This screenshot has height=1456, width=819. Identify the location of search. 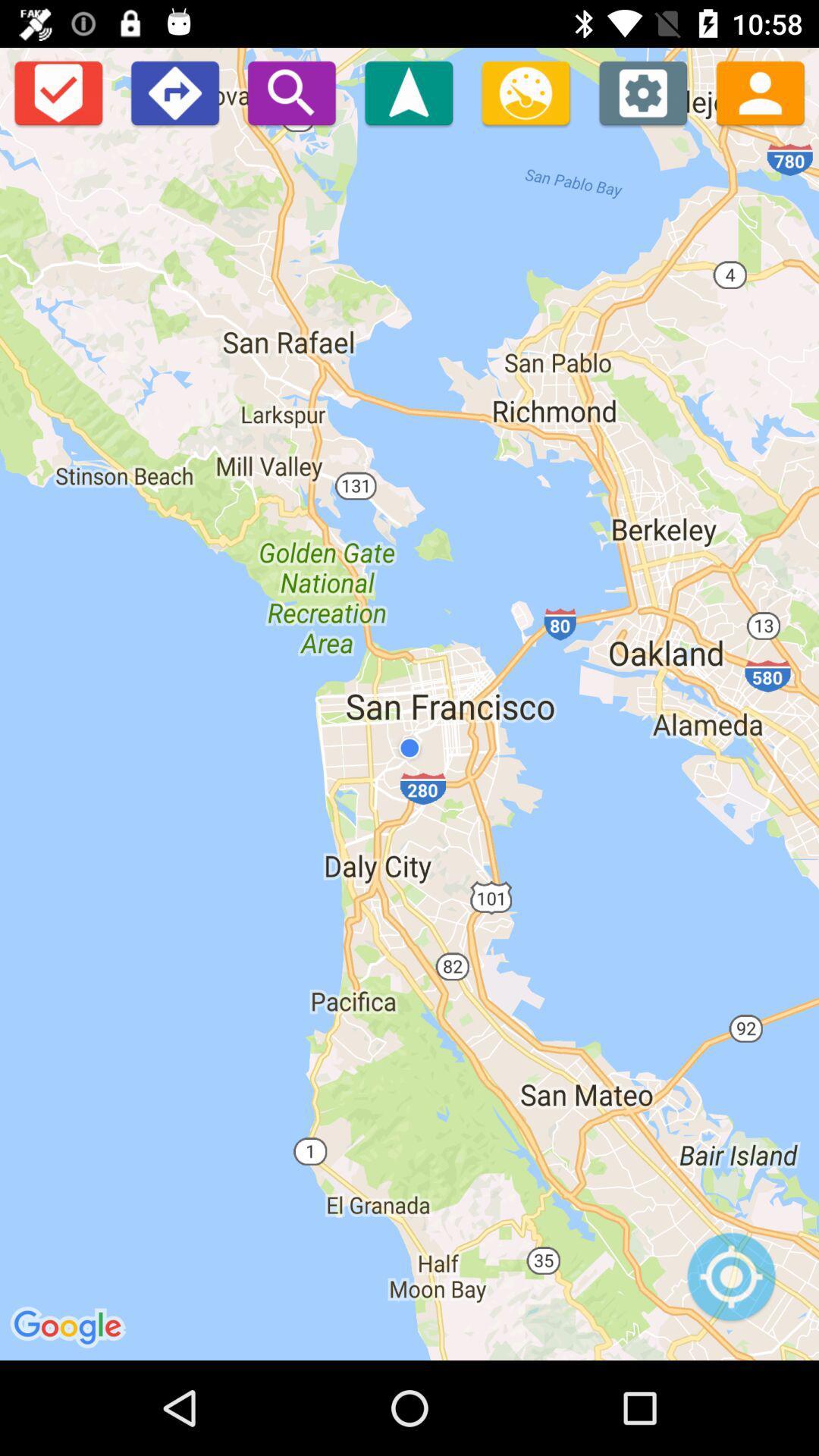
(291, 92).